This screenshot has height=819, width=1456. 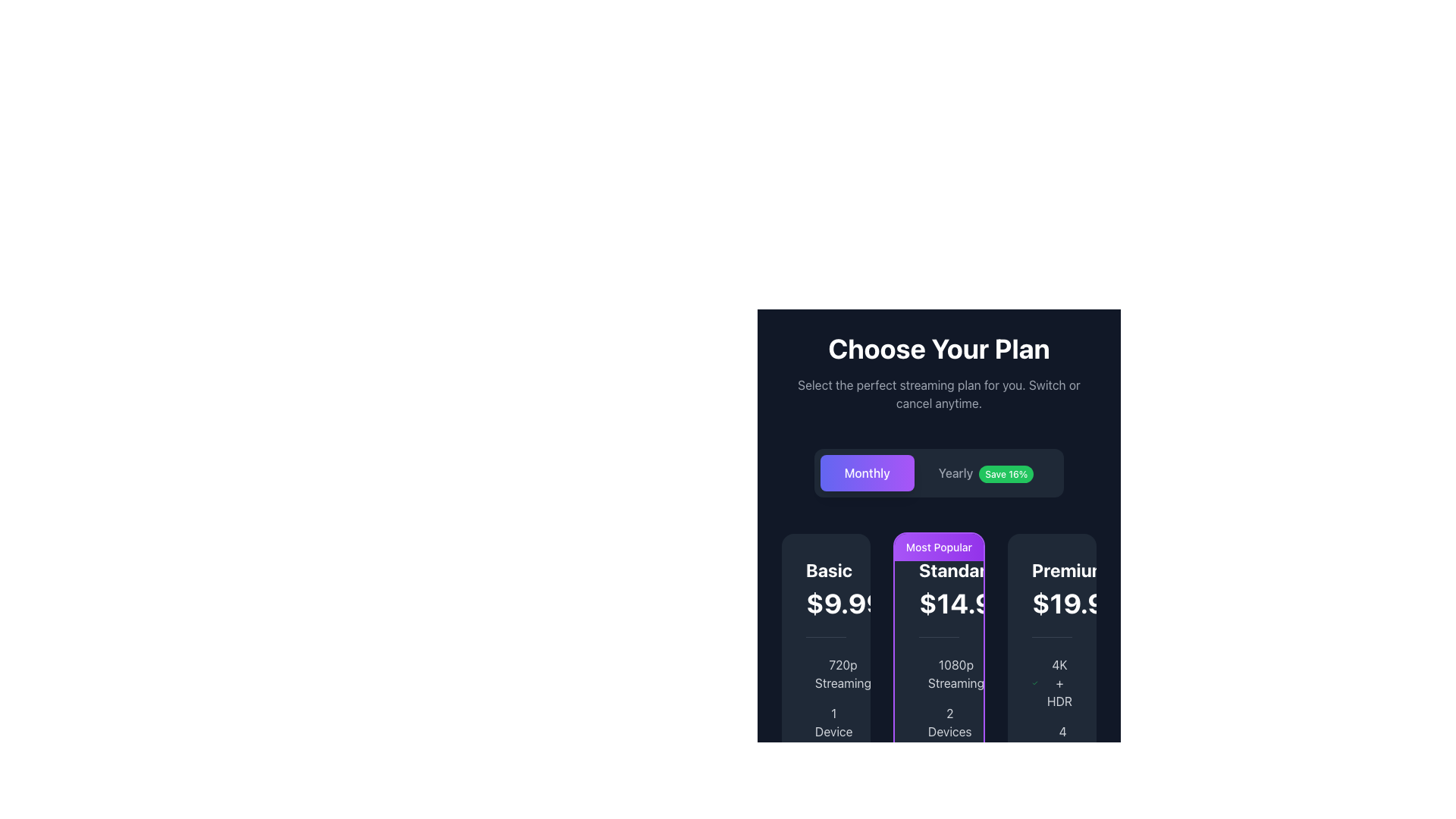 I want to click on bold text label 'Standard', which is prominently displayed in white font against a dark background, located at the upper-central area of the 'Most Popular' pricing card, so click(x=938, y=570).